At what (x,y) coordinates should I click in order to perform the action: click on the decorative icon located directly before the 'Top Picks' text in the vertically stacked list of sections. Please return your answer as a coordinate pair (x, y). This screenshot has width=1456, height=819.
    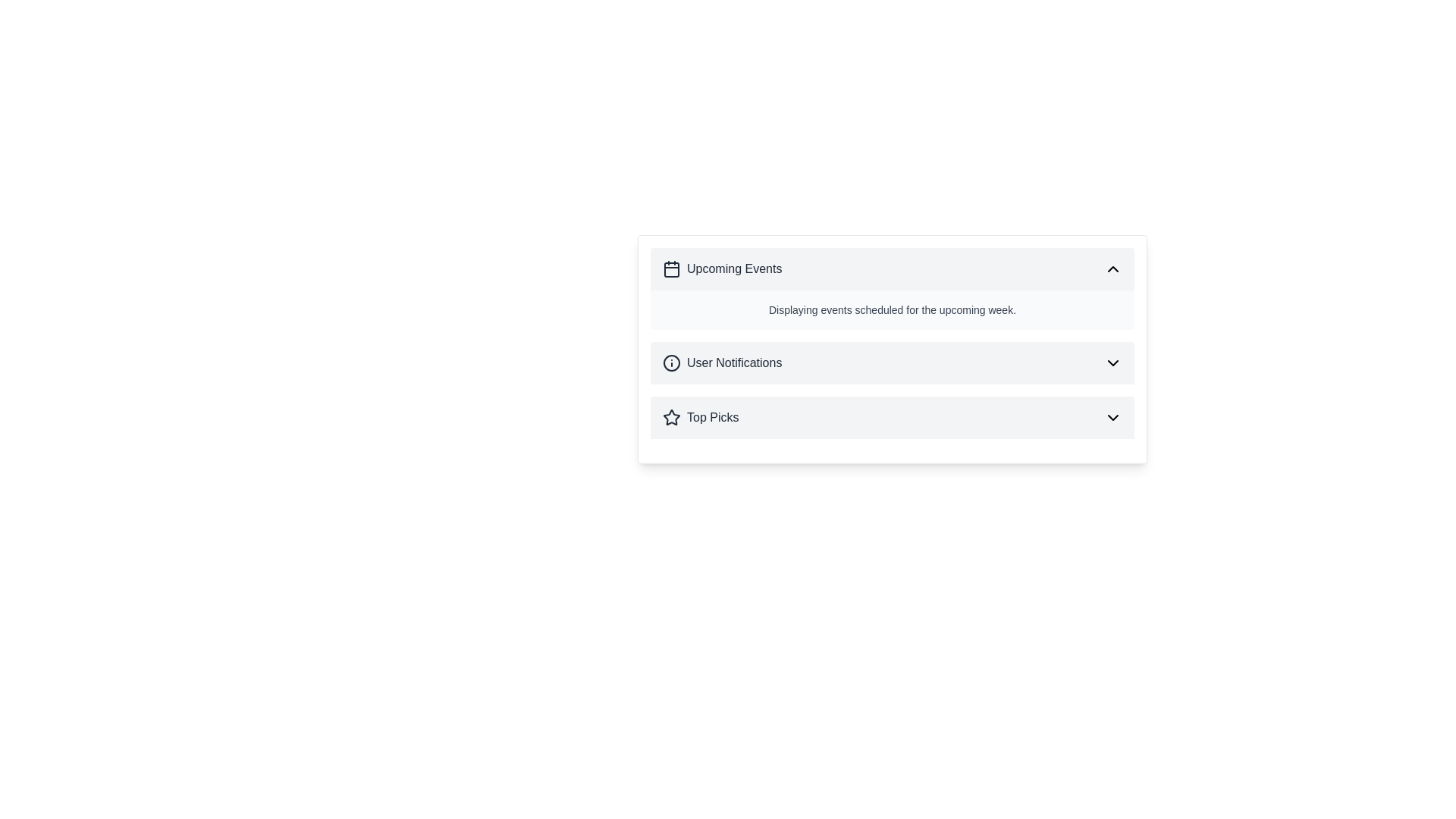
    Looking at the image, I should click on (671, 418).